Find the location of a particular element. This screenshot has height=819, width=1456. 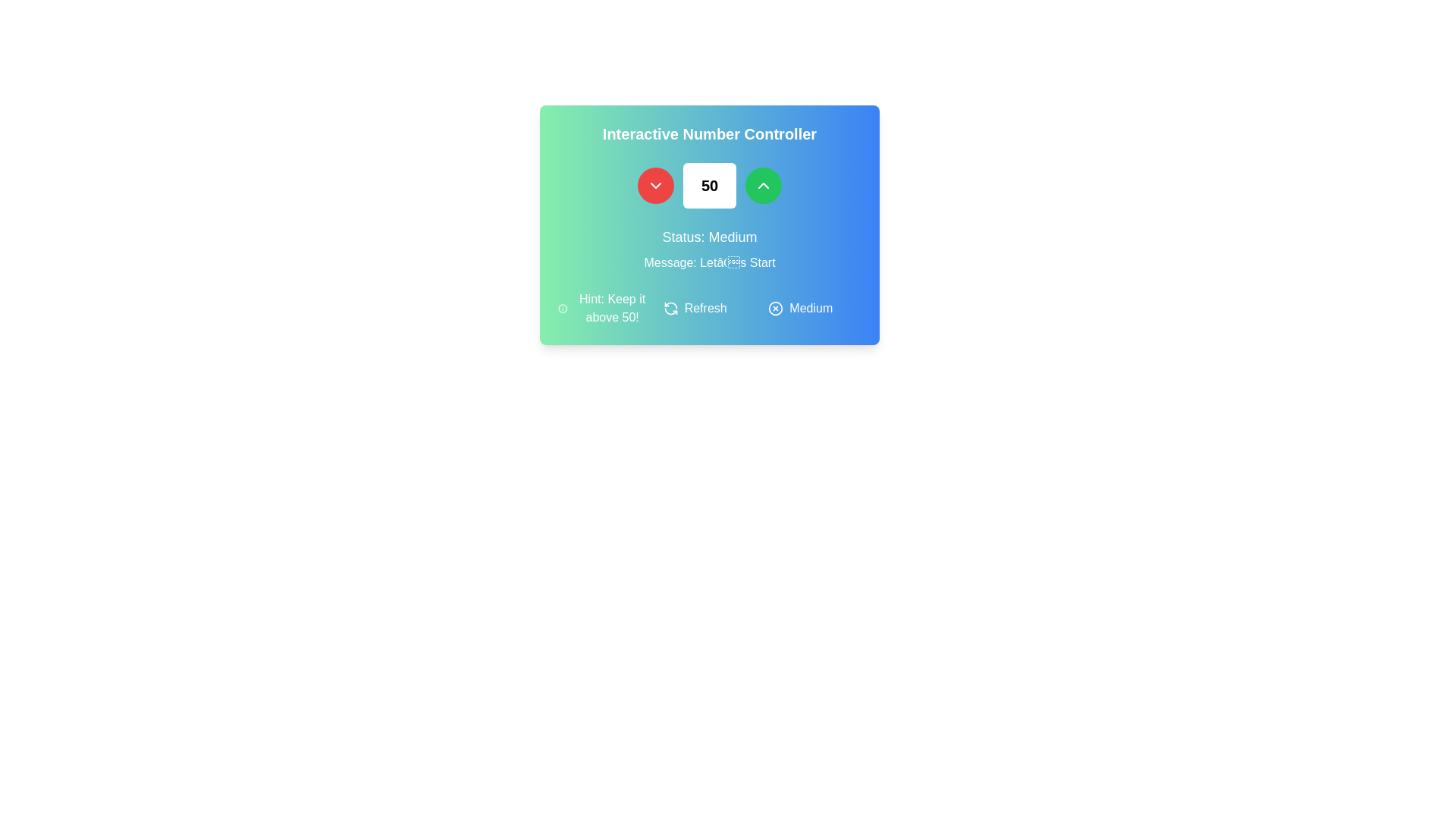

the text label displaying the word 'Medium' styled in a sans-serif font and white color, located in the bottom-right portion of a rectangular card interface is located at coordinates (810, 308).